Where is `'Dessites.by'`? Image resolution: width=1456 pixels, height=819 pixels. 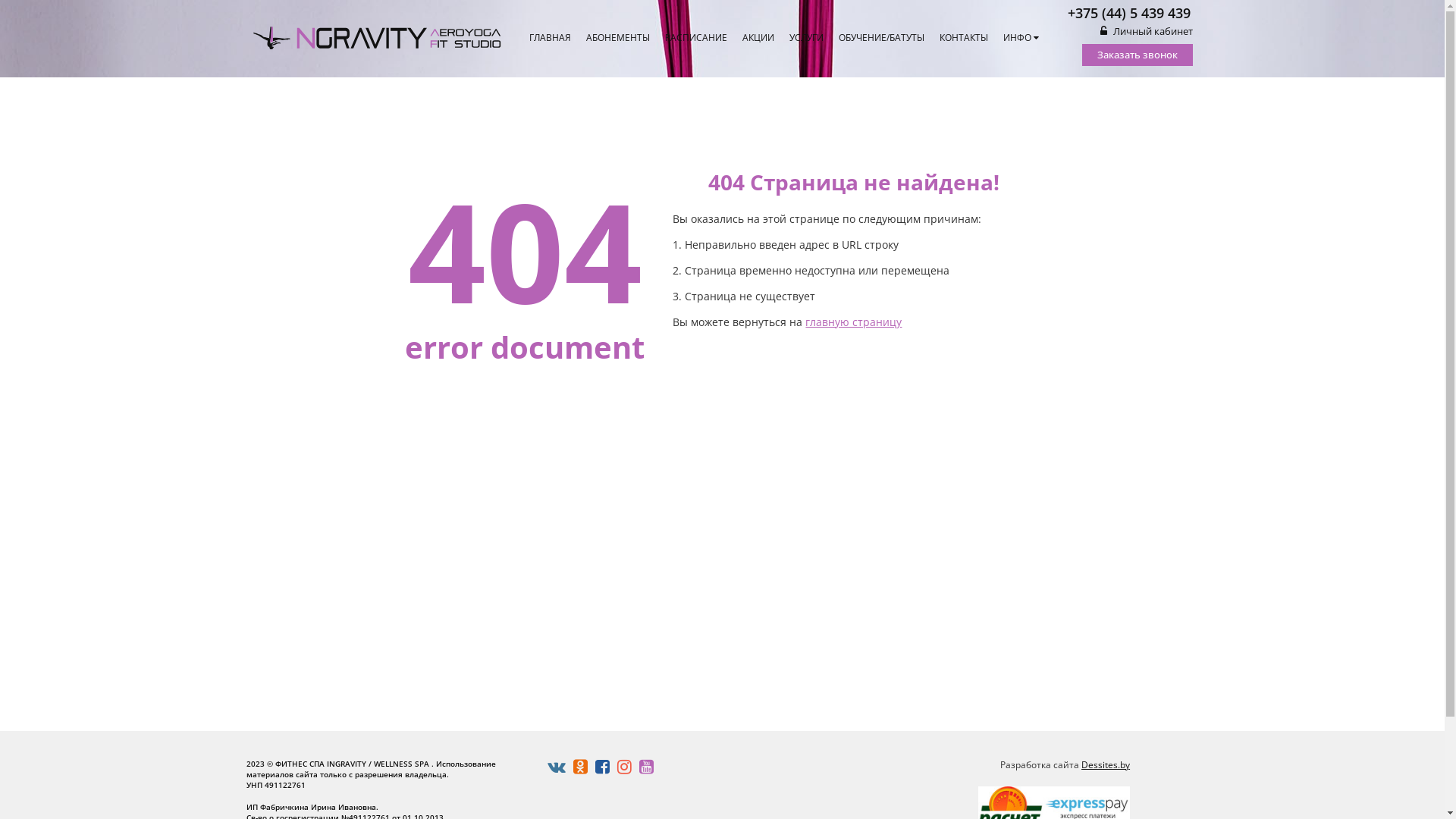 'Dessites.by' is located at coordinates (1106, 764).